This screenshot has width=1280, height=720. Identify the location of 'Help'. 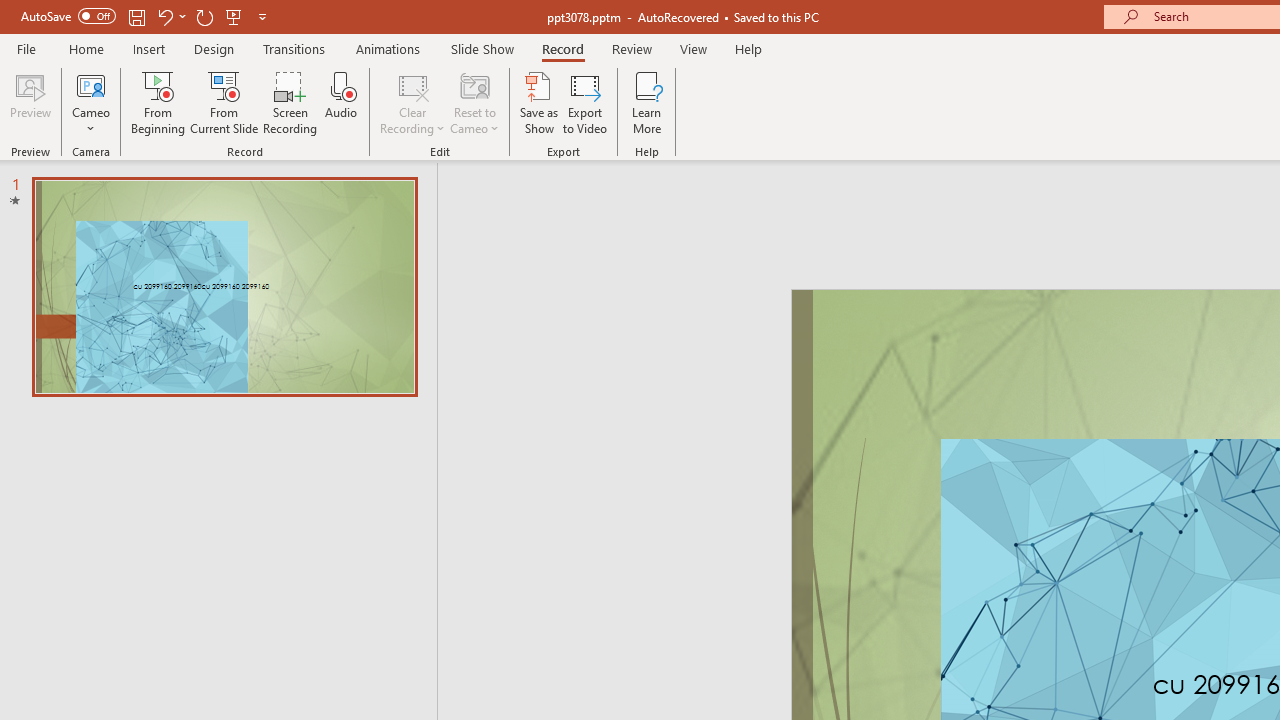
(747, 48).